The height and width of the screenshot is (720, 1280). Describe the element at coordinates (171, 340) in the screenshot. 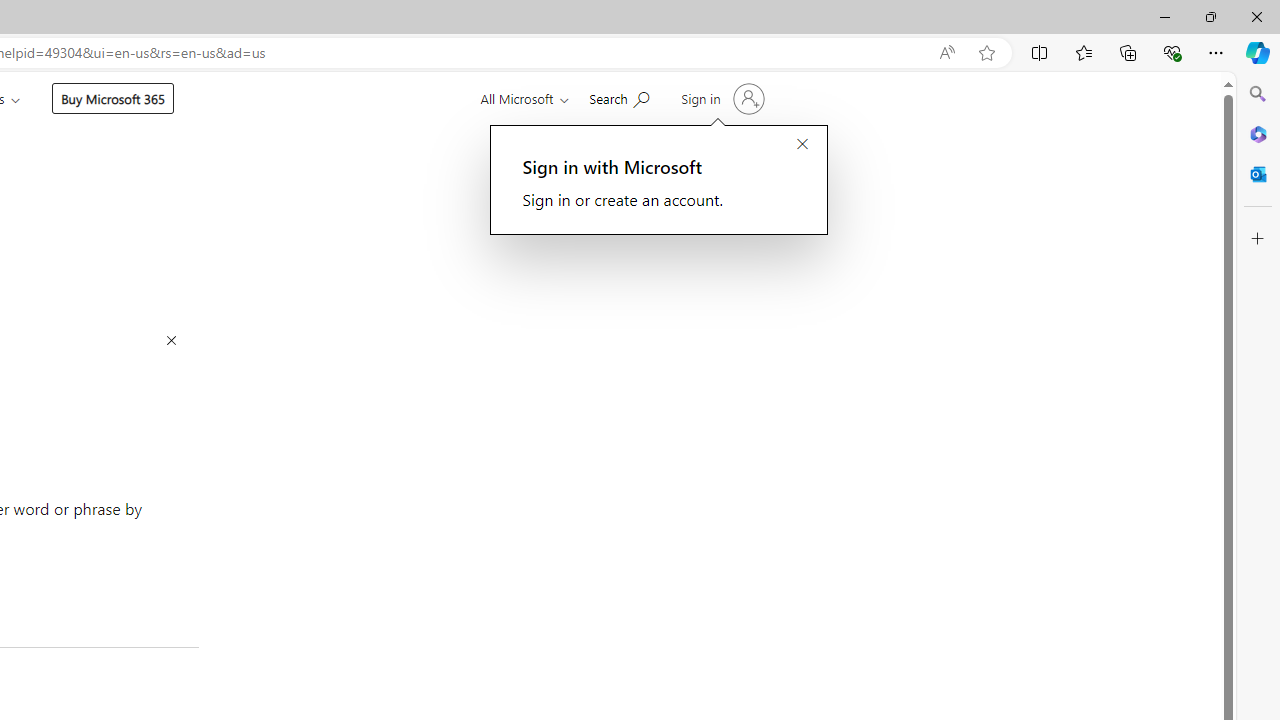

I see `'Close Ad'` at that location.